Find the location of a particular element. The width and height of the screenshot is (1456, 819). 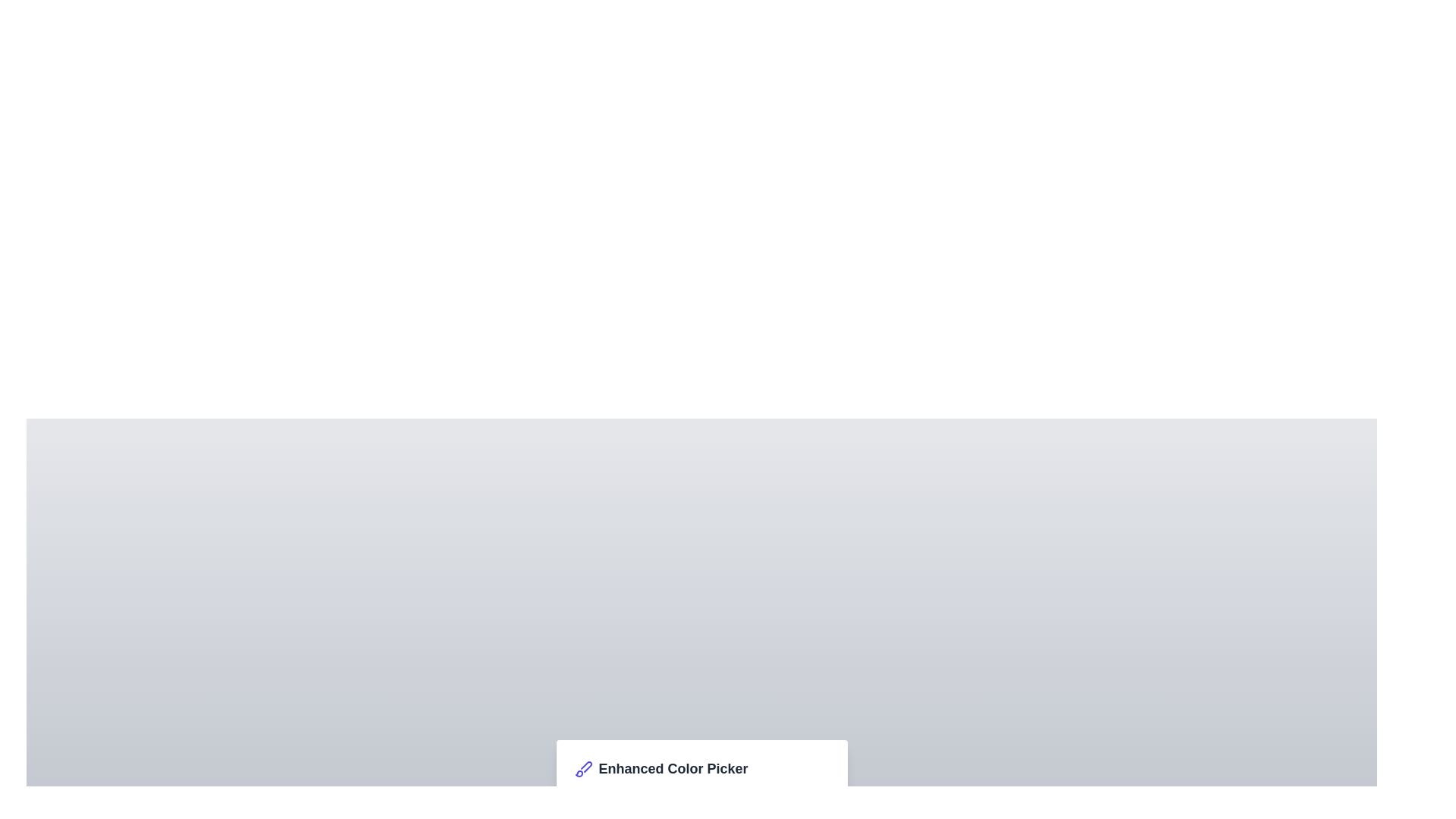

the title label for the color picker functionalities located near the bottom center of the interface, positioned to the right of a color brush icon is located at coordinates (673, 769).